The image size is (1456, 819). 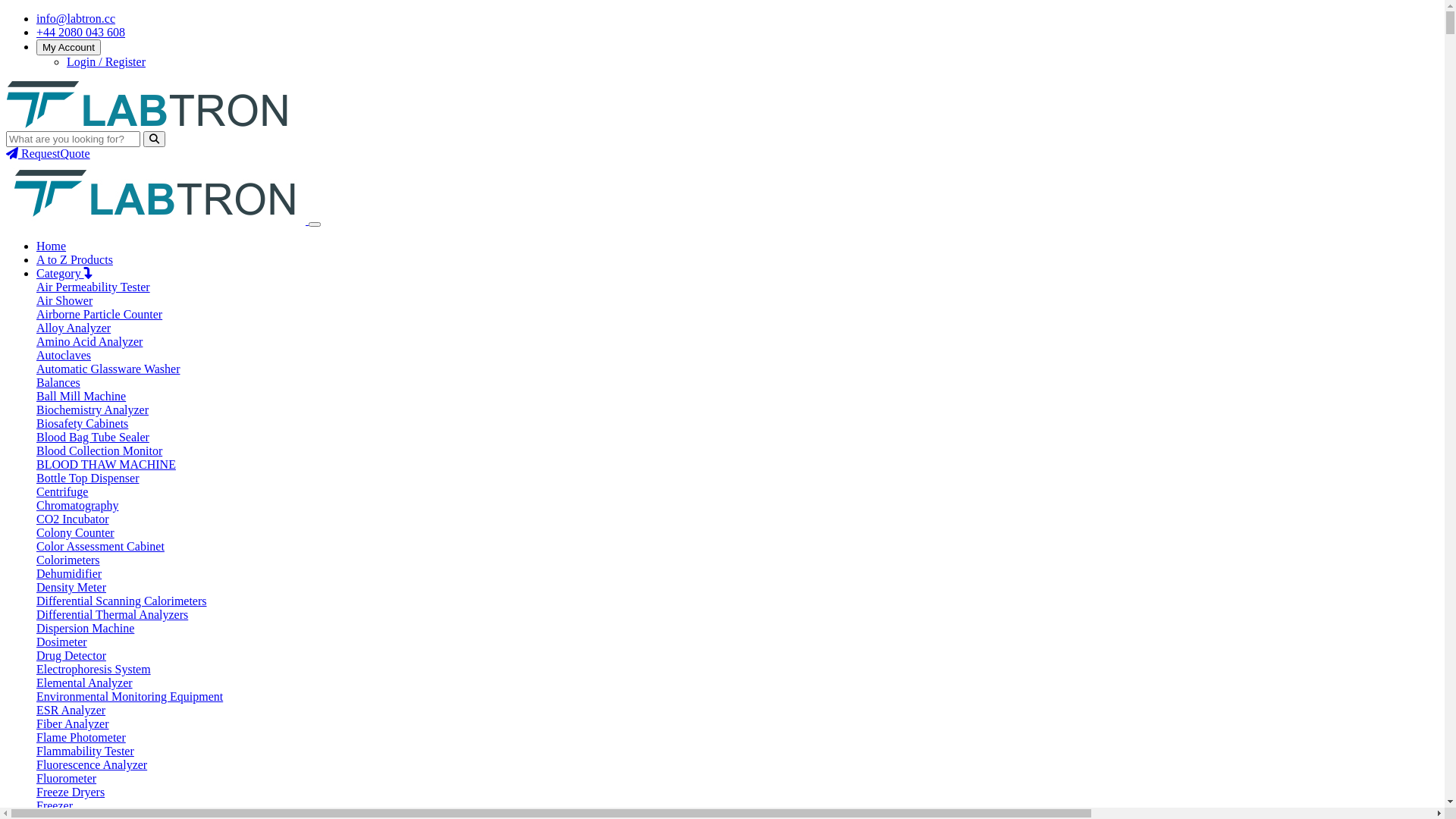 I want to click on 'Elemental Analyzer', so click(x=83, y=682).